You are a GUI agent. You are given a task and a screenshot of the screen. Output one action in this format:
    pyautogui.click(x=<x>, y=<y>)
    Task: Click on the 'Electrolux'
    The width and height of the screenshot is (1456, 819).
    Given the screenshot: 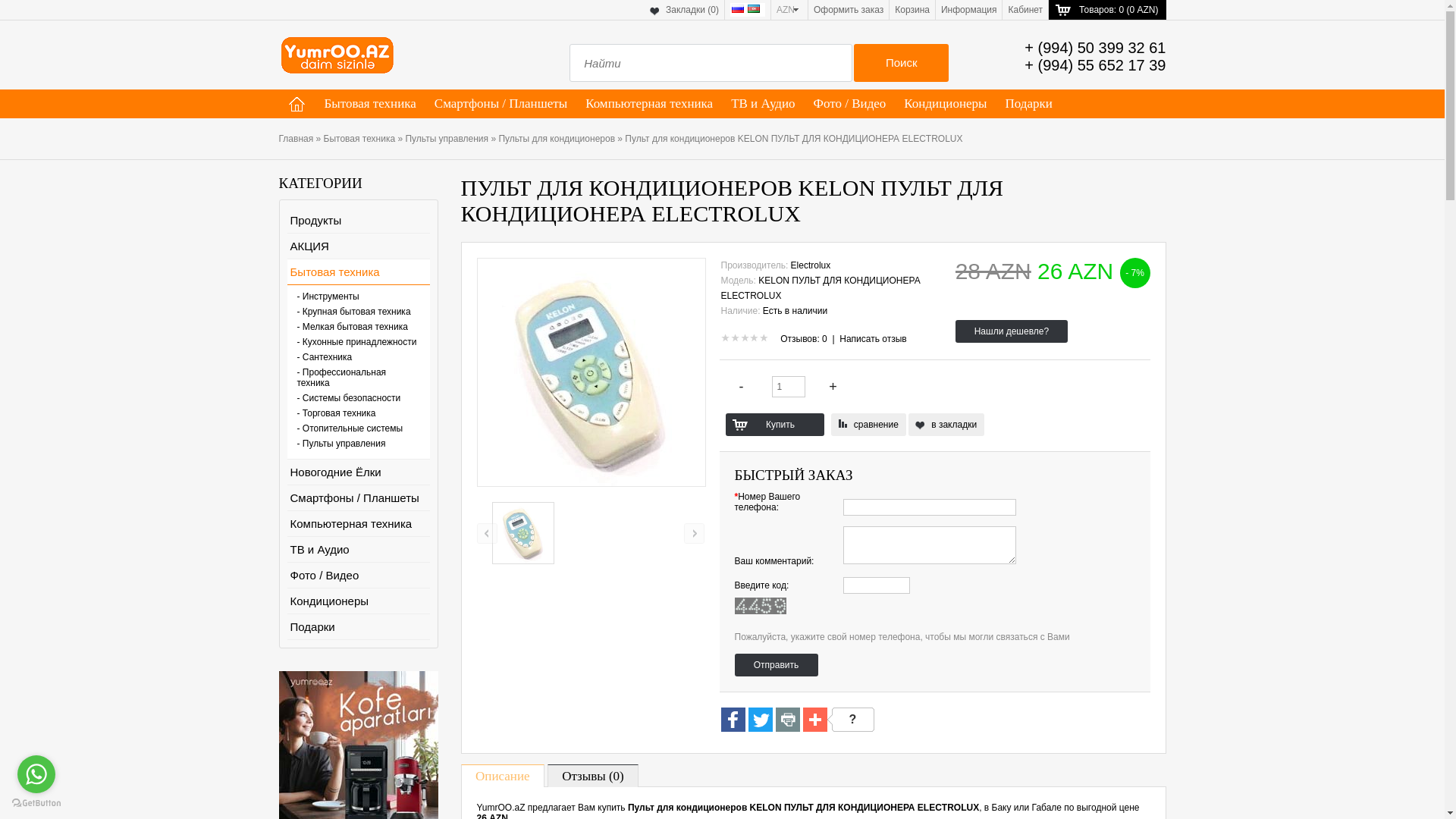 What is the action you would take?
    pyautogui.click(x=810, y=265)
    